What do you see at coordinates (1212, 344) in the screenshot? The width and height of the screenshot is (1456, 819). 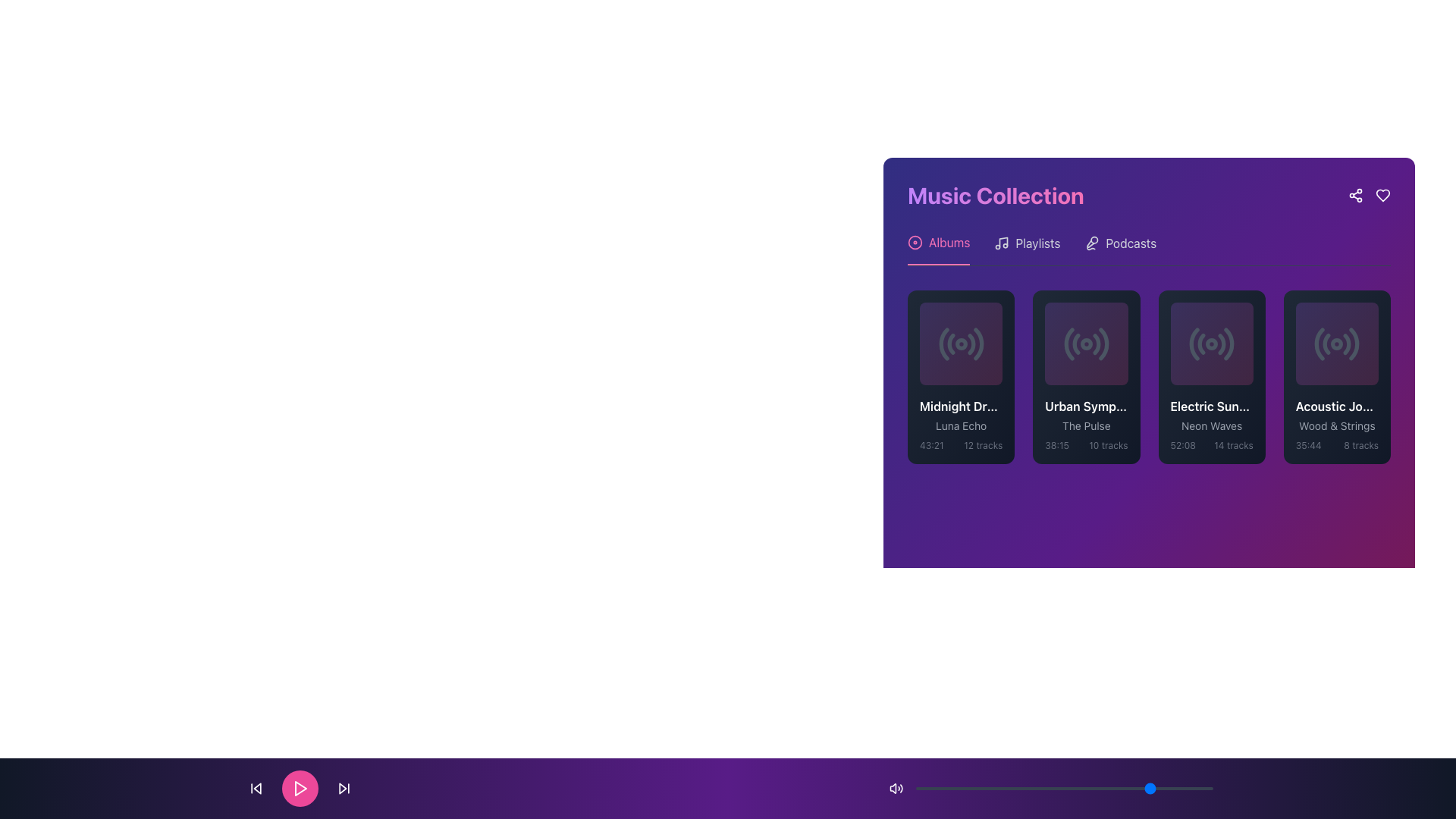 I see `the play button icon representing the media item titled 'Electric Sunset', which is the third item in the horizontal list of media items` at bounding box center [1212, 344].